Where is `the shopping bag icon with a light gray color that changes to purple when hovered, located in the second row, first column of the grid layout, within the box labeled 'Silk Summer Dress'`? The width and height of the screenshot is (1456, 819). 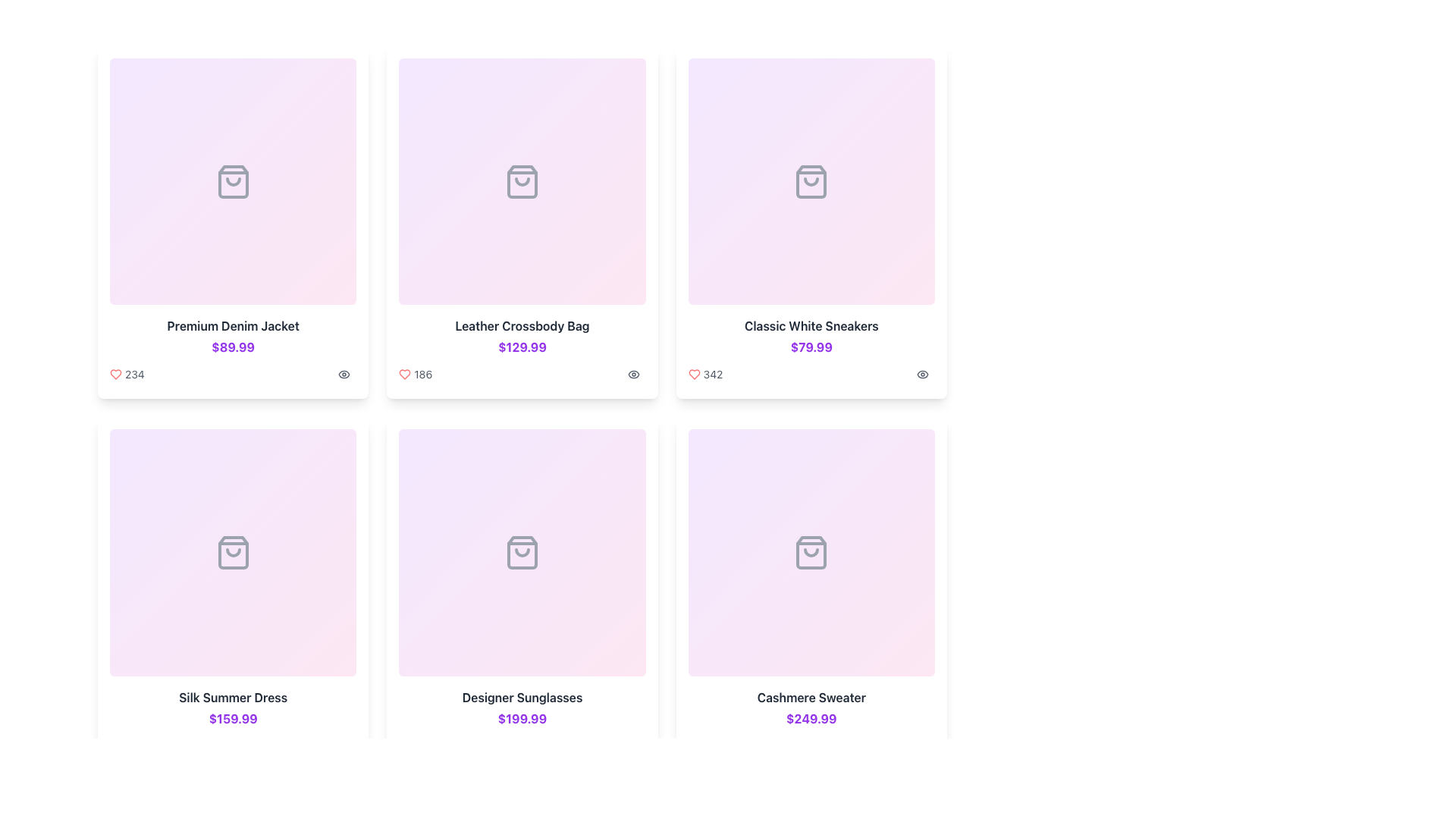 the shopping bag icon with a light gray color that changes to purple when hovered, located in the second row, first column of the grid layout, within the box labeled 'Silk Summer Dress' is located at coordinates (232, 553).